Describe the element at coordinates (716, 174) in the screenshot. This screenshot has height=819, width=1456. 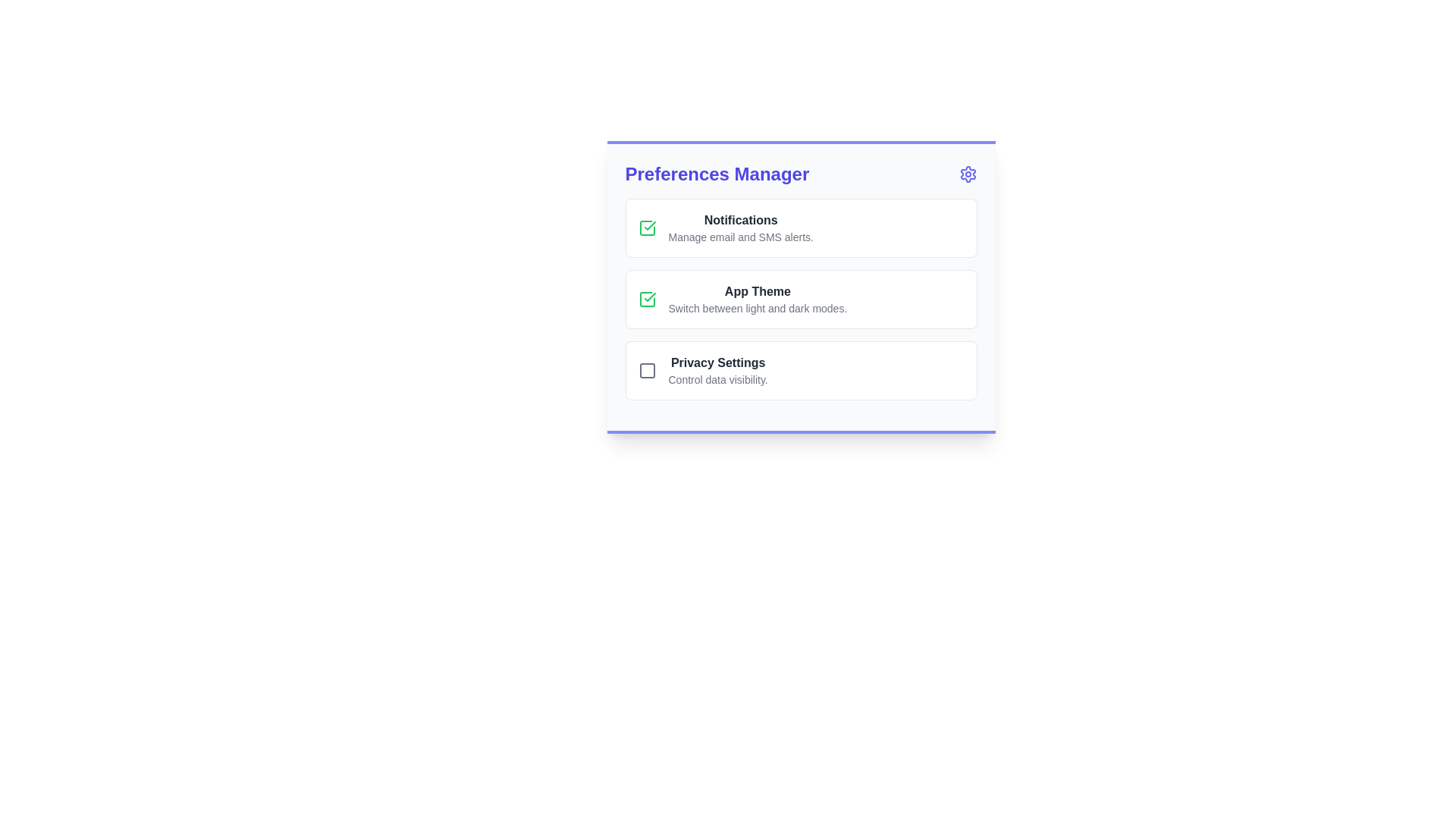
I see `the title of the panel for accessibility or text selection` at that location.